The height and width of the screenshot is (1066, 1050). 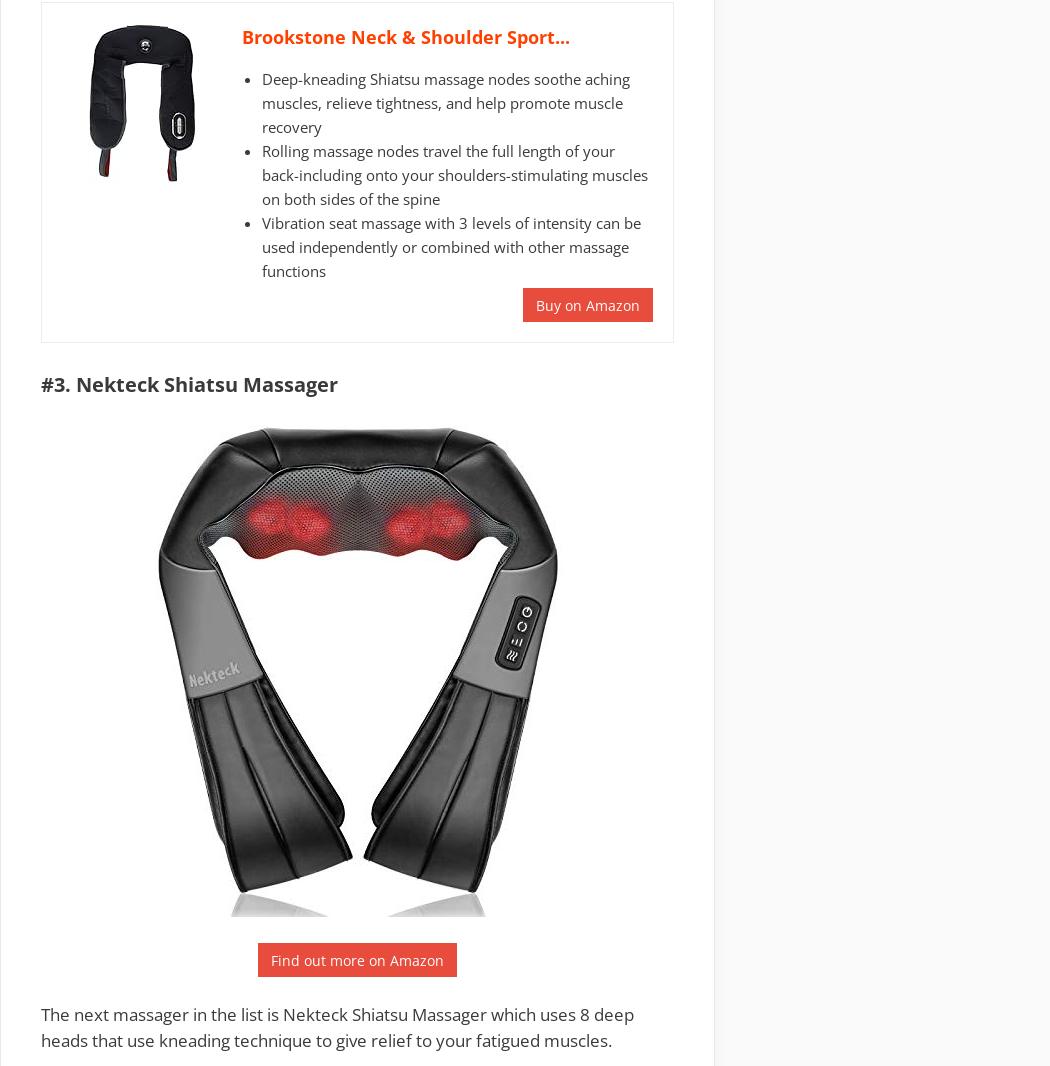 I want to click on 'which uses 8 deep heads that use kneading technique to give relief to your fatigued muscles.', so click(x=39, y=1026).